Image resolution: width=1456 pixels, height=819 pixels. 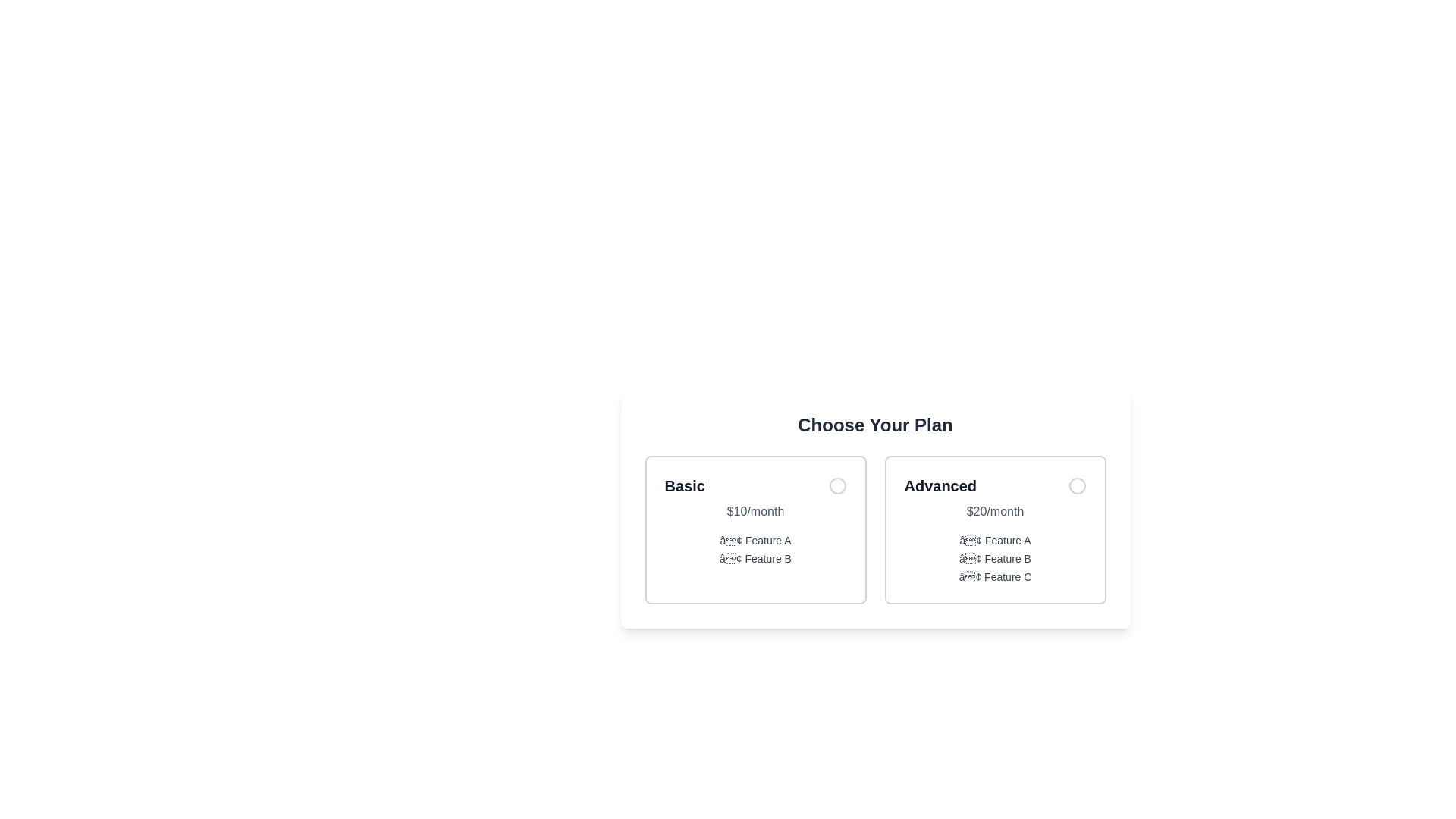 What do you see at coordinates (836, 485) in the screenshot?
I see `the circular light gray radio button located to the far right of the text 'Basic'` at bounding box center [836, 485].